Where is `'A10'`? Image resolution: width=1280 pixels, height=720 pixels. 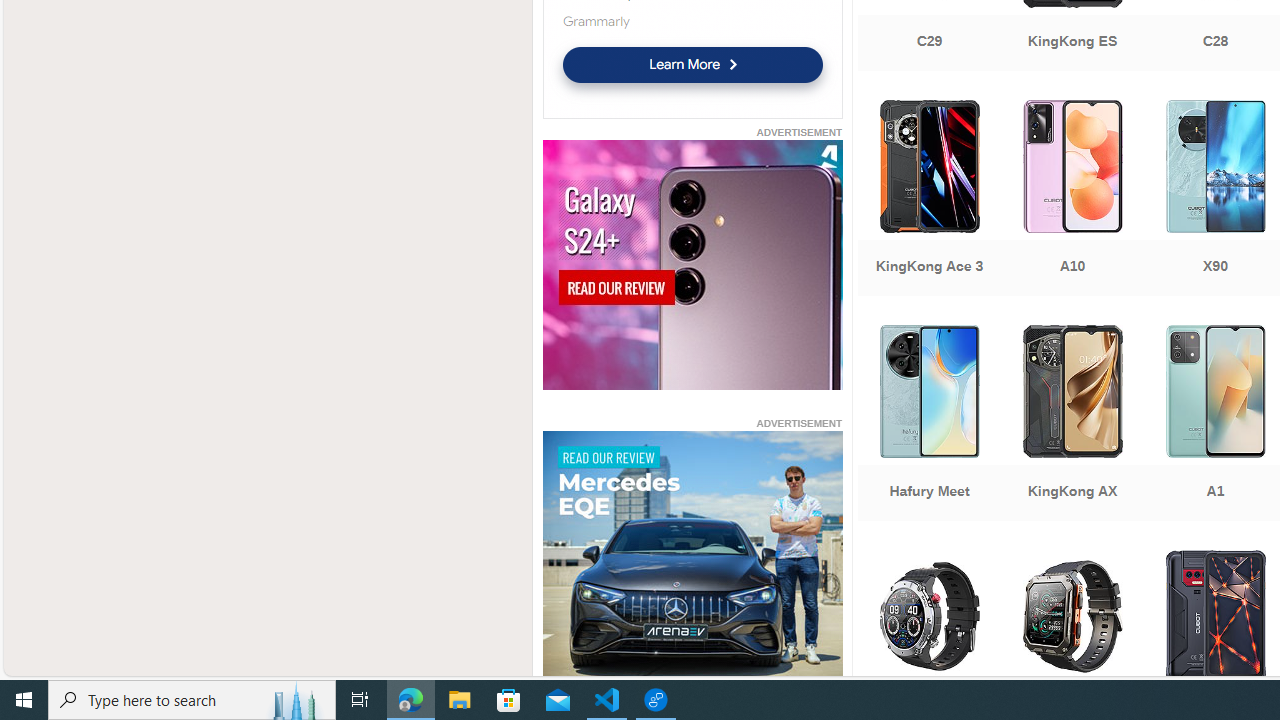
'A10' is located at coordinates (1071, 200).